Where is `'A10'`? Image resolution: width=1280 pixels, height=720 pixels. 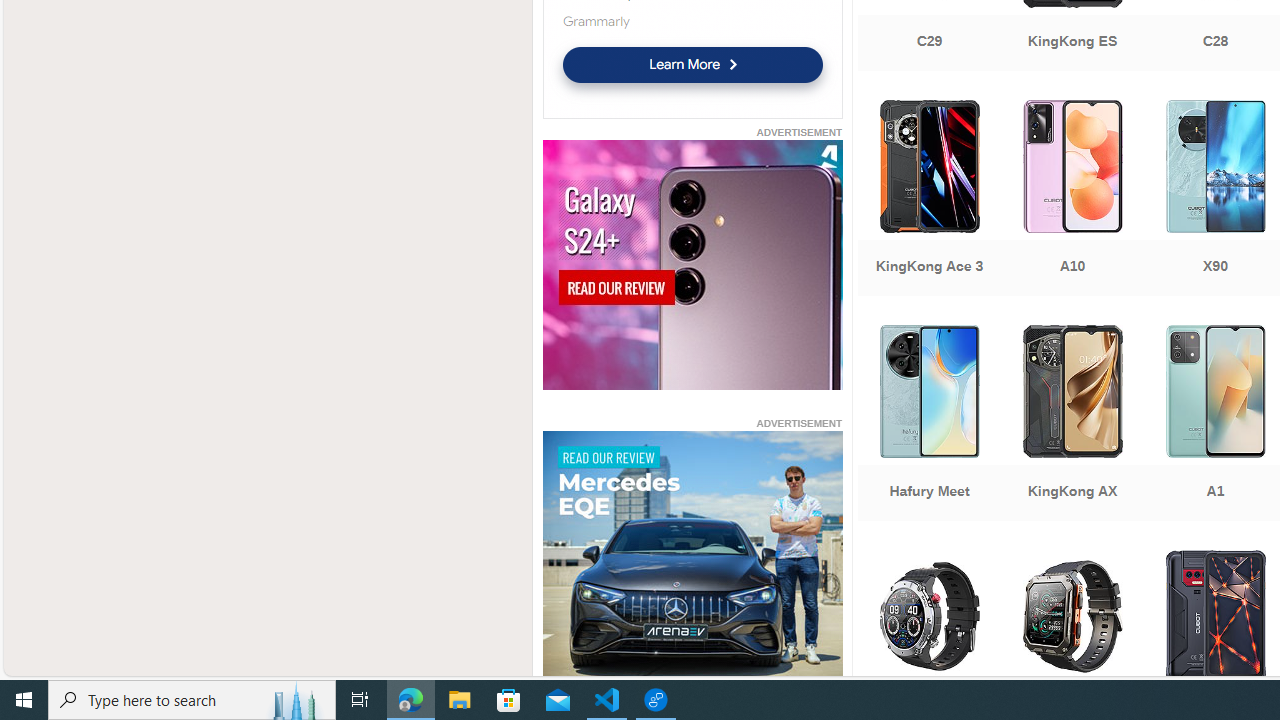
'A10' is located at coordinates (1071, 200).